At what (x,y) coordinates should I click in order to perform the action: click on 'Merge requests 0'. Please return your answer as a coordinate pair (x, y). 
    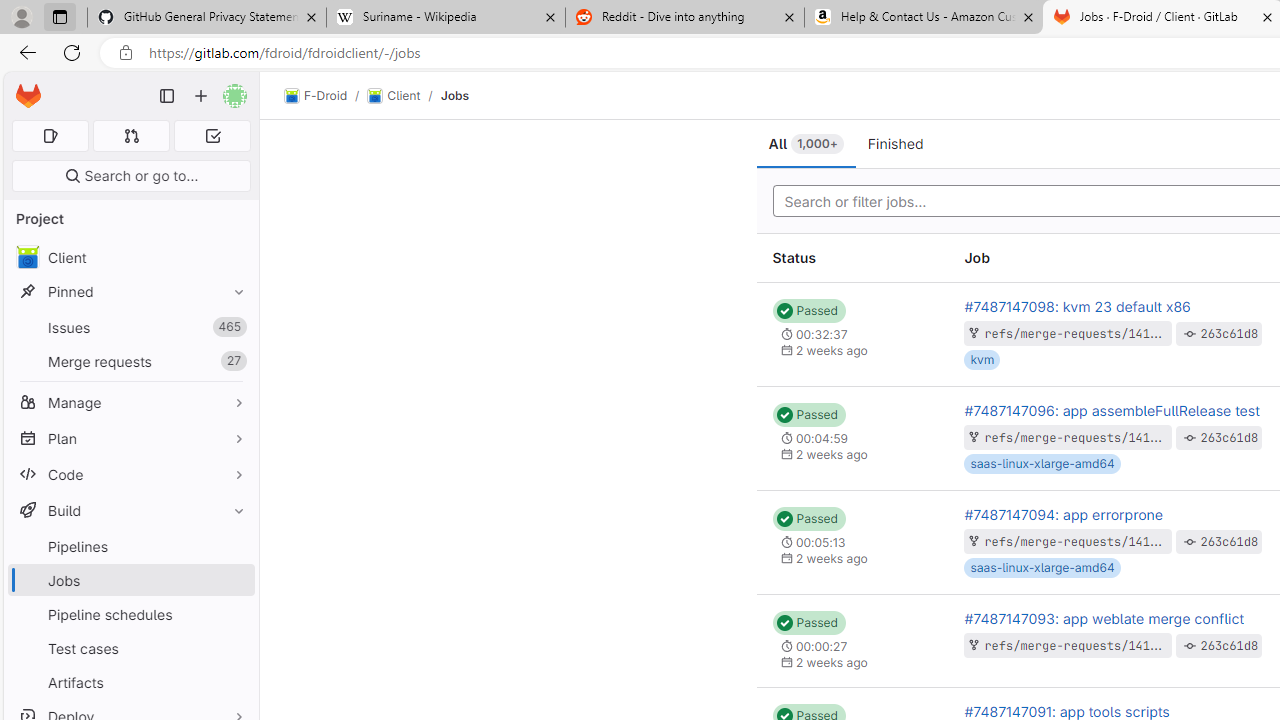
    Looking at the image, I should click on (130, 135).